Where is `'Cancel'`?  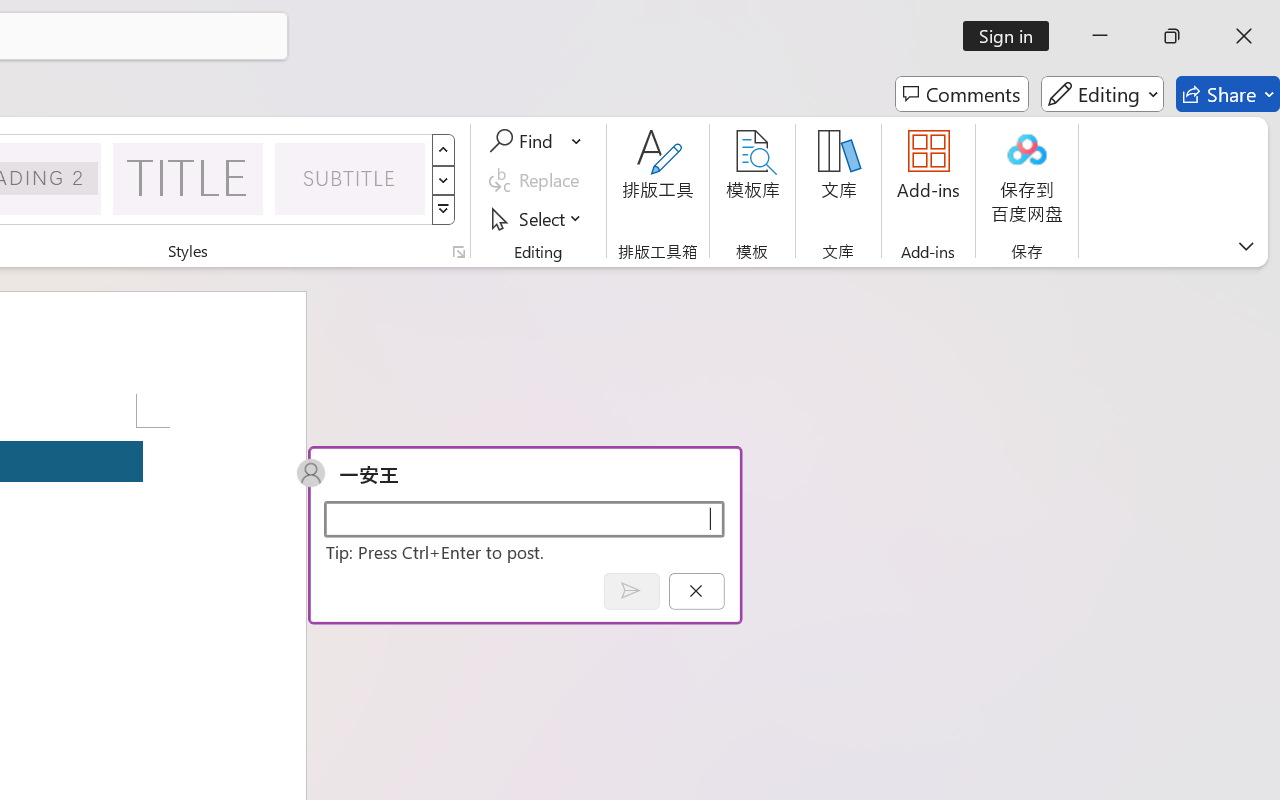
'Cancel' is located at coordinates (696, 590).